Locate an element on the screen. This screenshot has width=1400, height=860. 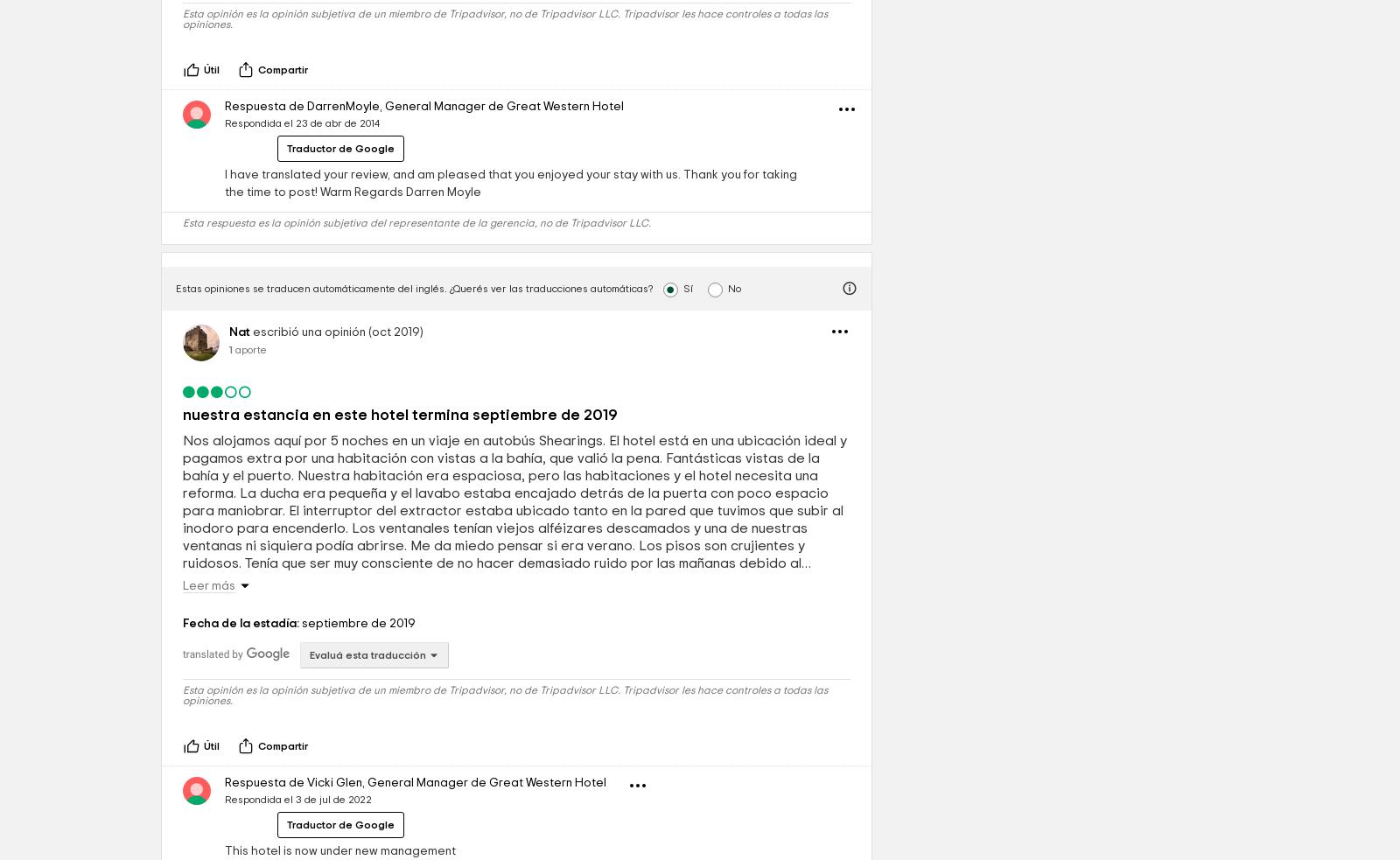
'Sí' is located at coordinates (688, 409).